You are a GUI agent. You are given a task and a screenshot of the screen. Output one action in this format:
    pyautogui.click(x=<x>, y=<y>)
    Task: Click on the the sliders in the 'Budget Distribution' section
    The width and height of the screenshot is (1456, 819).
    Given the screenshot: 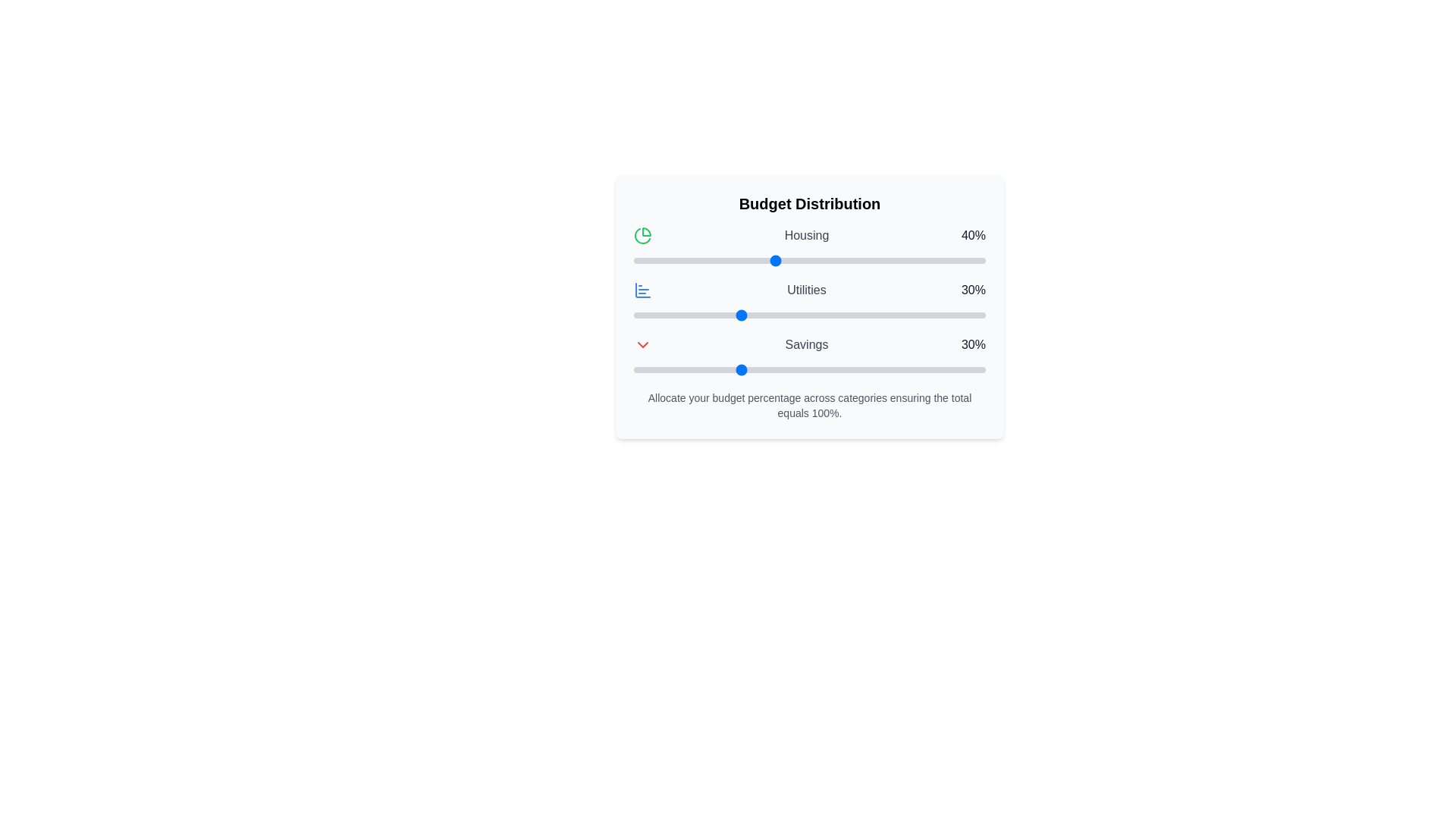 What is the action you would take?
    pyautogui.click(x=809, y=307)
    